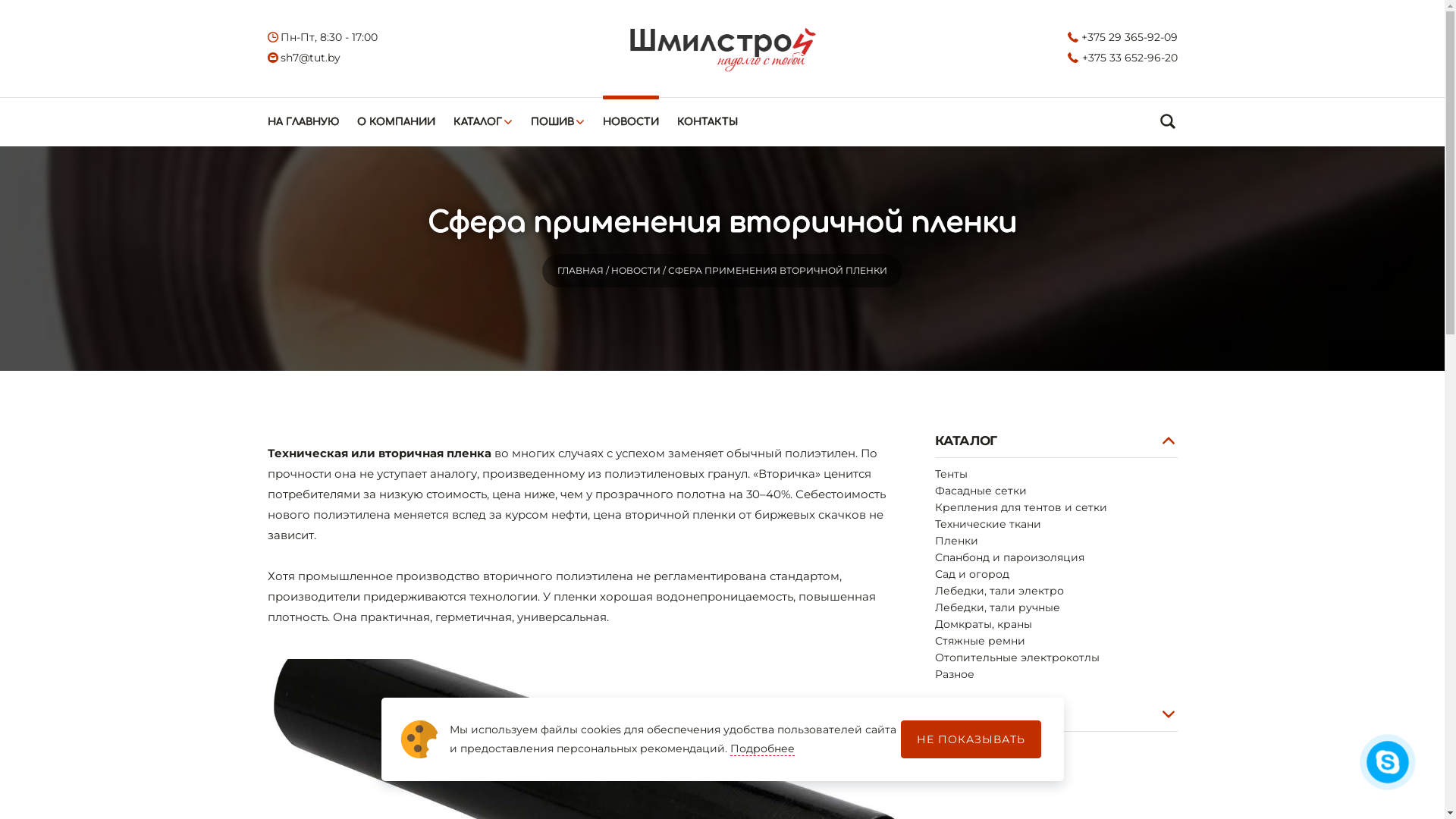  I want to click on 'sh7@tut.by', so click(303, 57).